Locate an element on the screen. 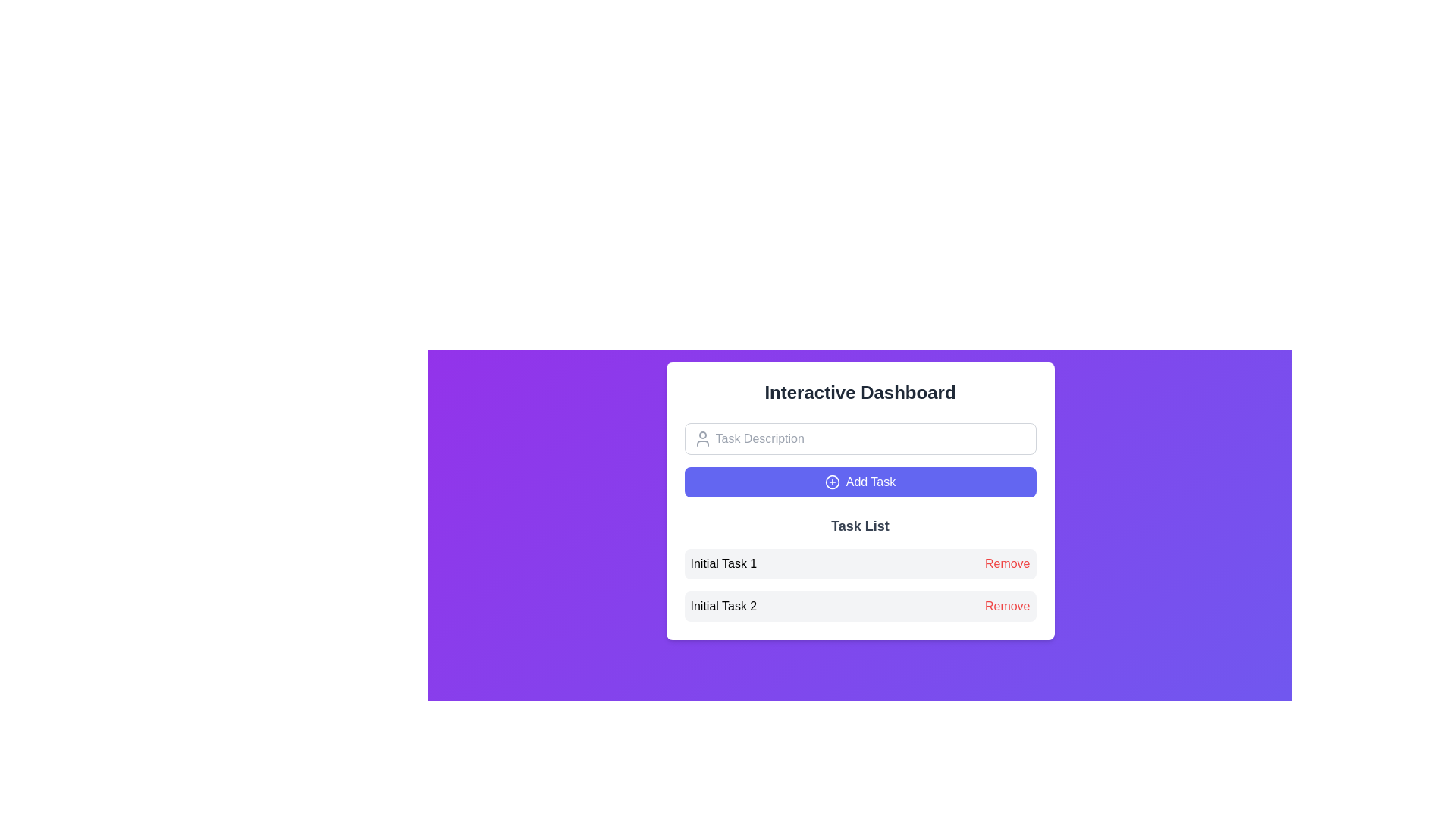 The image size is (1456, 819). text content of the Text label displaying the task name or description in the first row of the task list is located at coordinates (723, 564).